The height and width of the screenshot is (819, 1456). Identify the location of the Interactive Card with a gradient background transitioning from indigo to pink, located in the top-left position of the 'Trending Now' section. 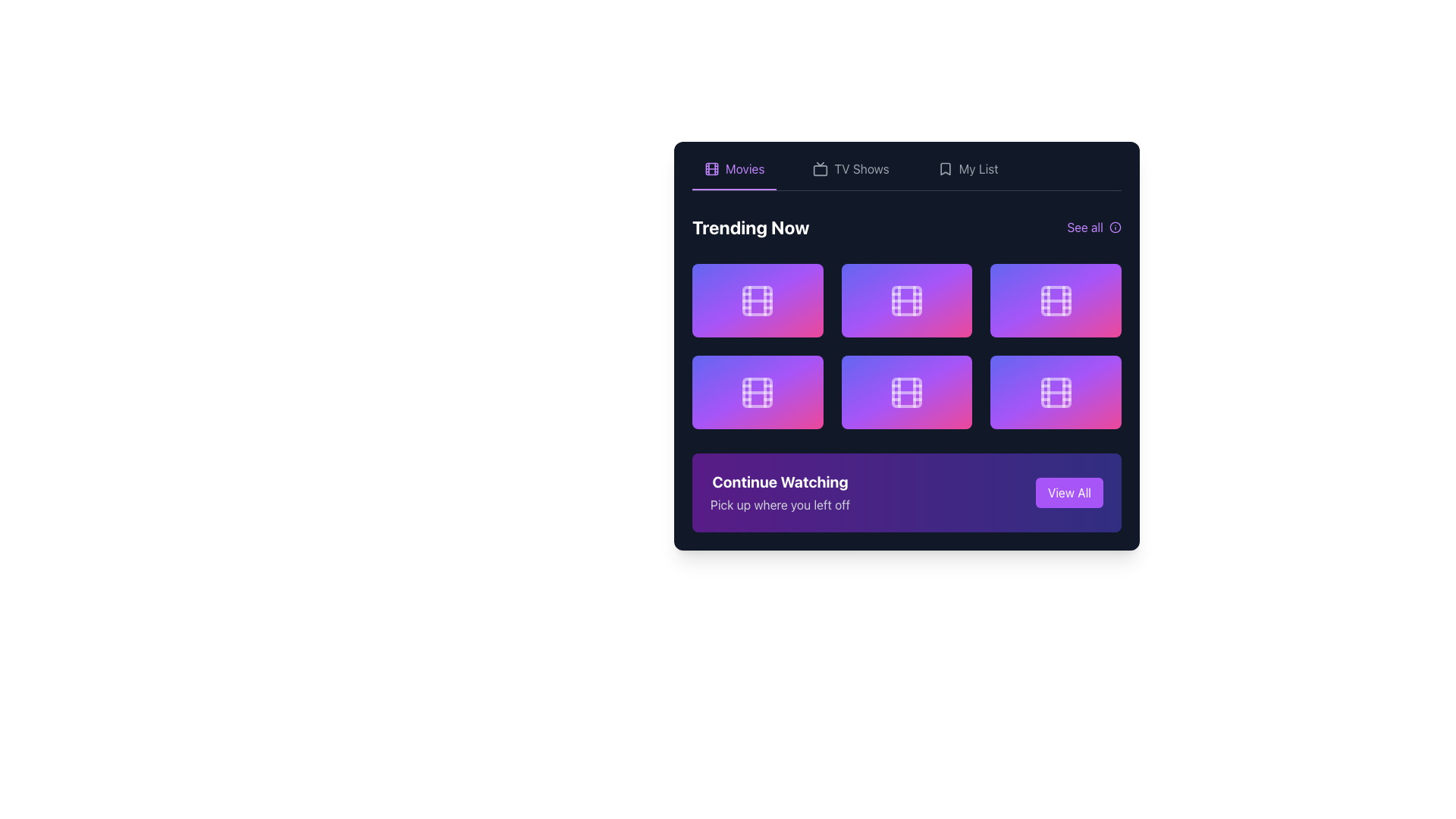
(758, 300).